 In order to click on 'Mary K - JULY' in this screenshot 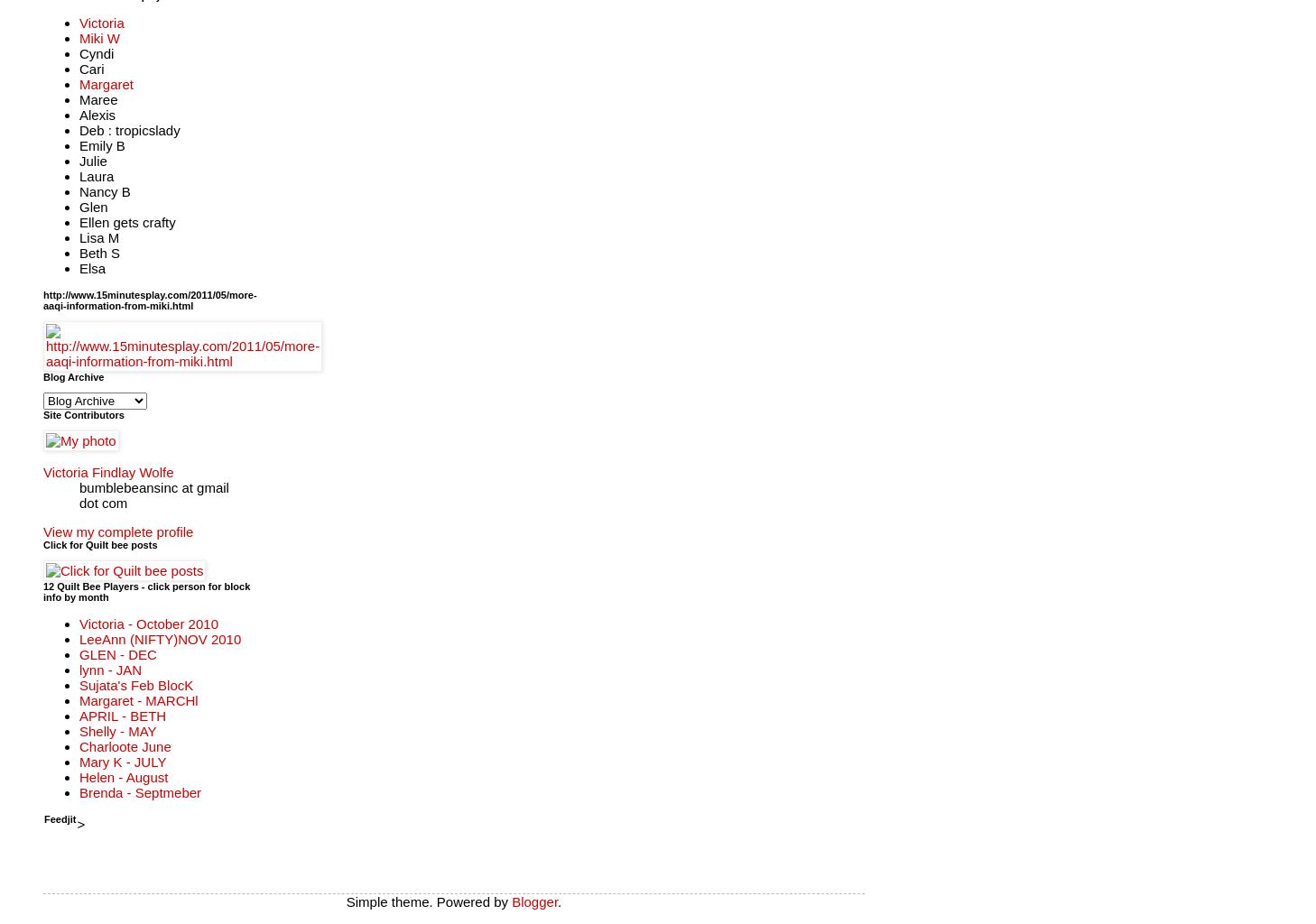, I will do `click(122, 760)`.